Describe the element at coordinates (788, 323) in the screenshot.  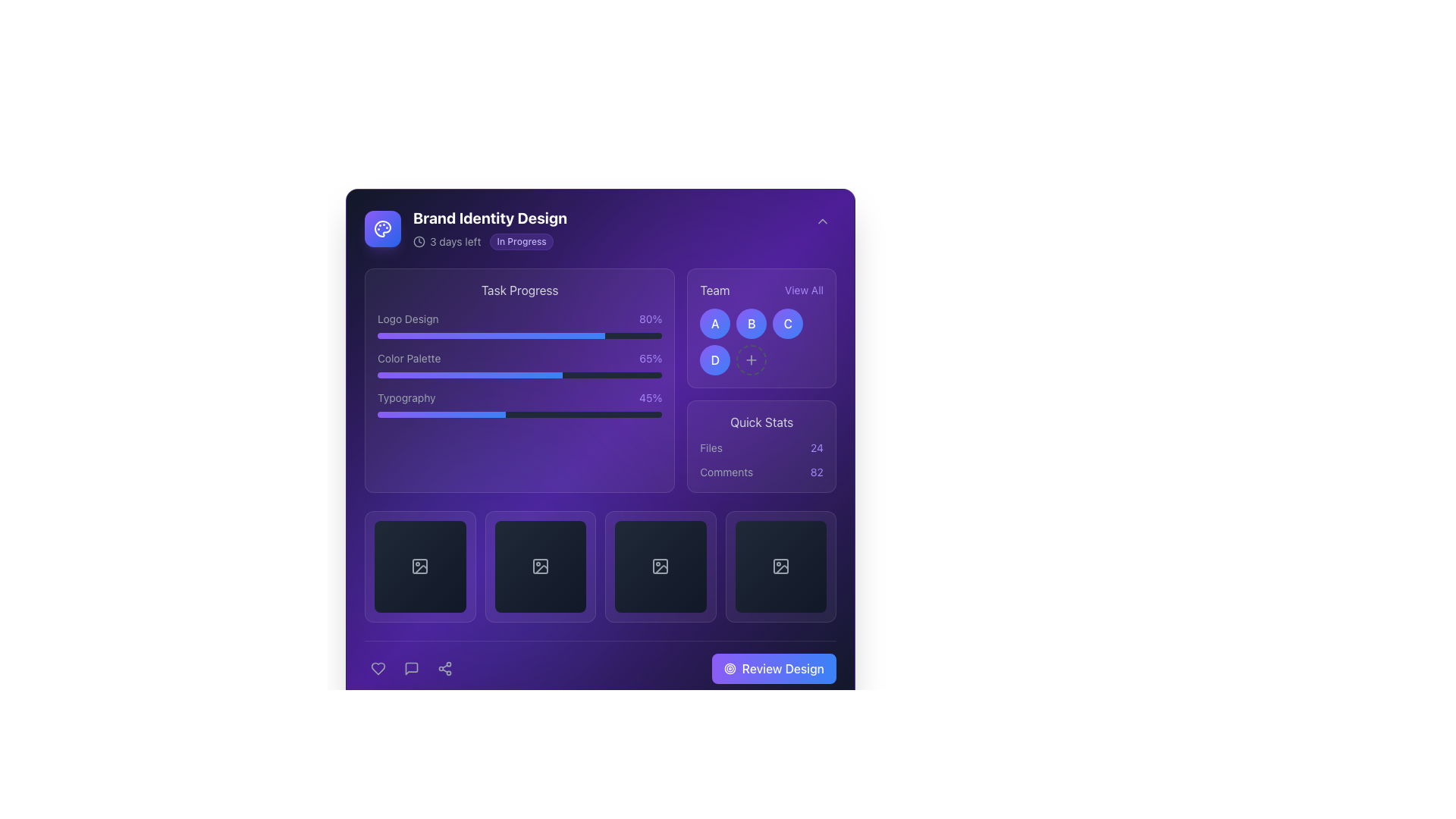
I see `the circular button labeled 'C', which has a gradient background from violet to blue and features a white, bold, uppercase 'C' in the center, located in the 'Team' section of the interface` at that location.